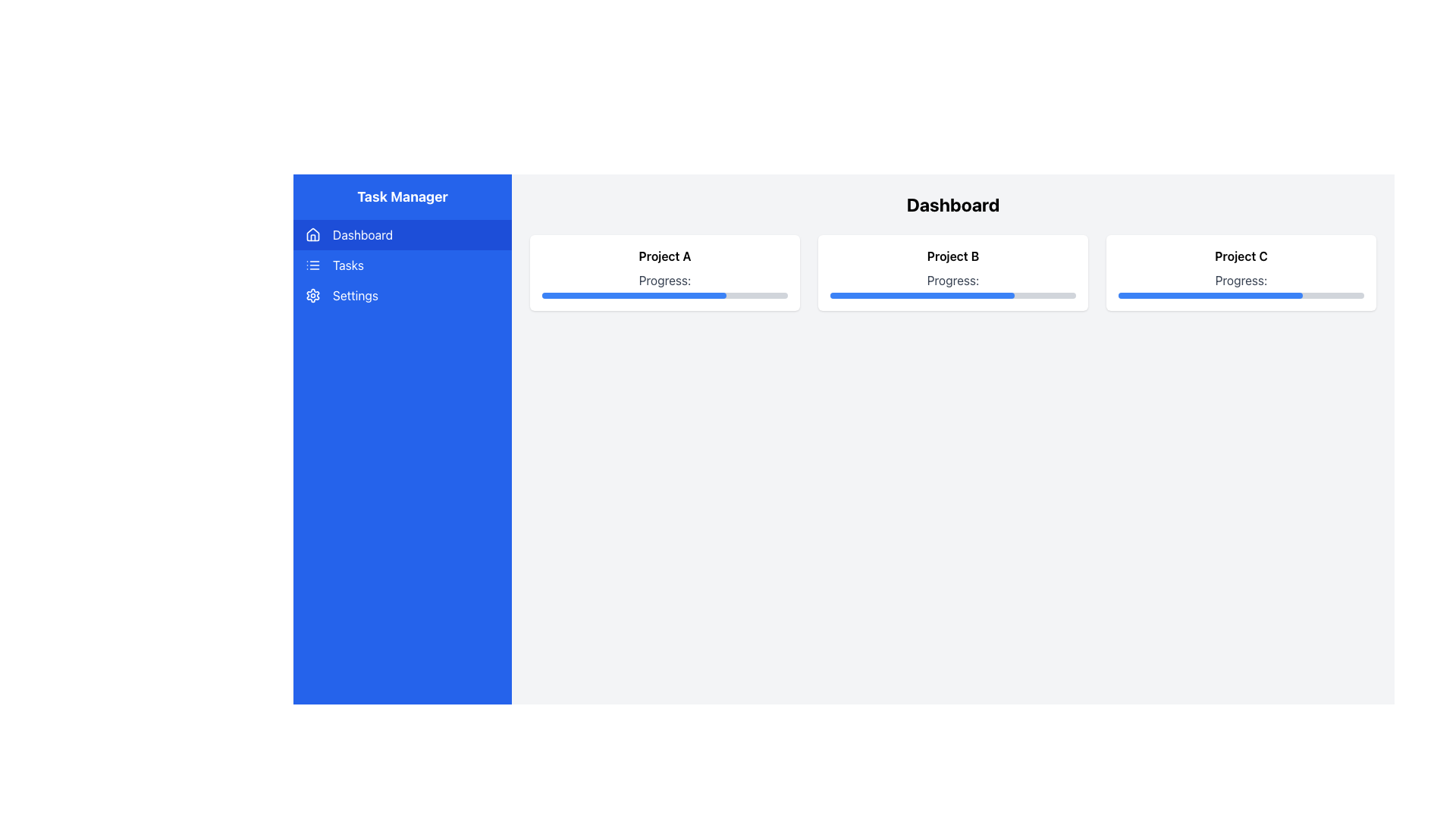 The image size is (1456, 819). What do you see at coordinates (921, 295) in the screenshot?
I see `the blue-colored progress indicator bar, which is filled to three-fourths of its length and located in the 'Project B' section of the interface` at bounding box center [921, 295].